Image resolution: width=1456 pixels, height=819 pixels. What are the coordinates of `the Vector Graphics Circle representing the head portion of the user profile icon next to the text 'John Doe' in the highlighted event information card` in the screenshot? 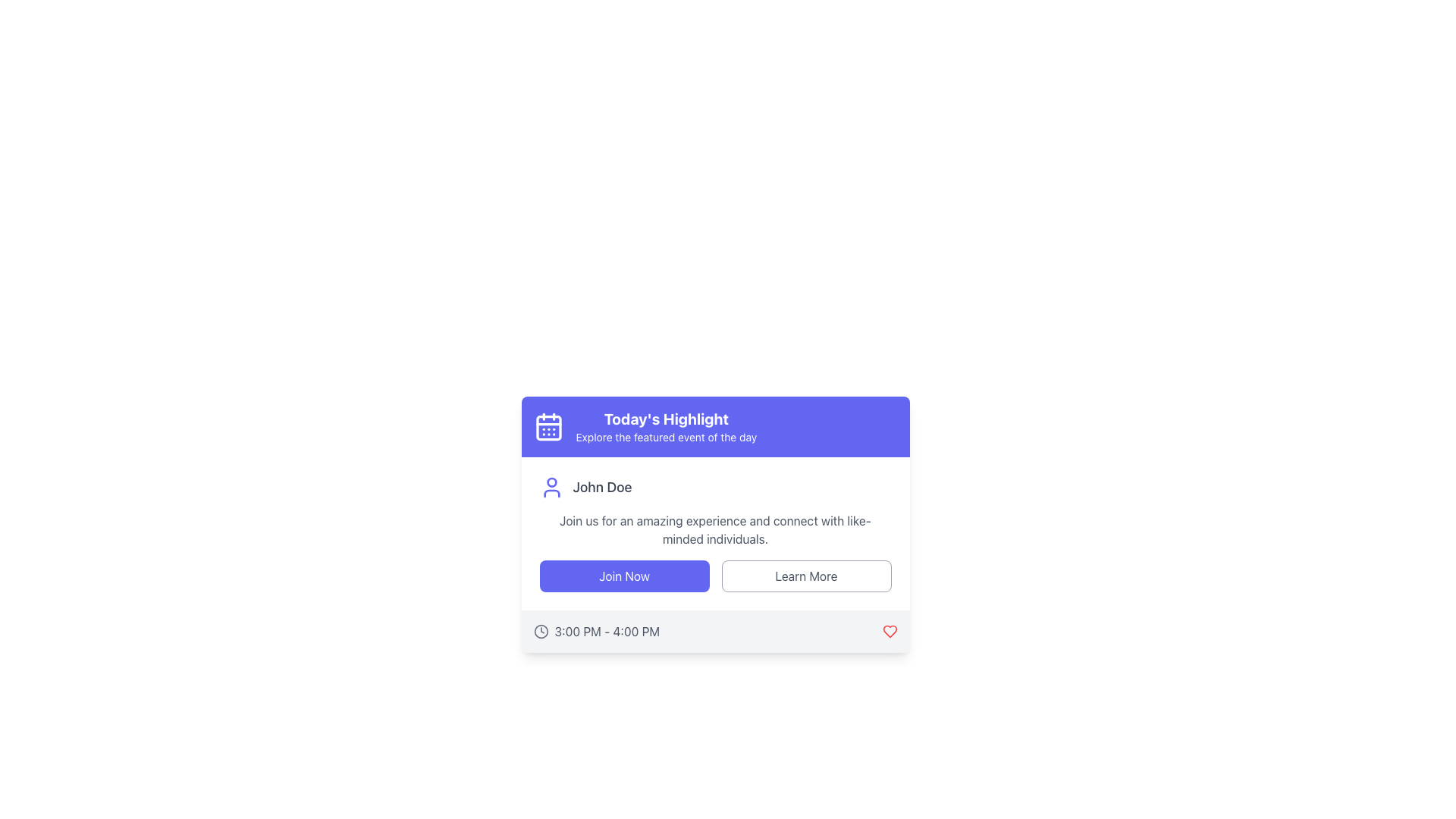 It's located at (551, 482).